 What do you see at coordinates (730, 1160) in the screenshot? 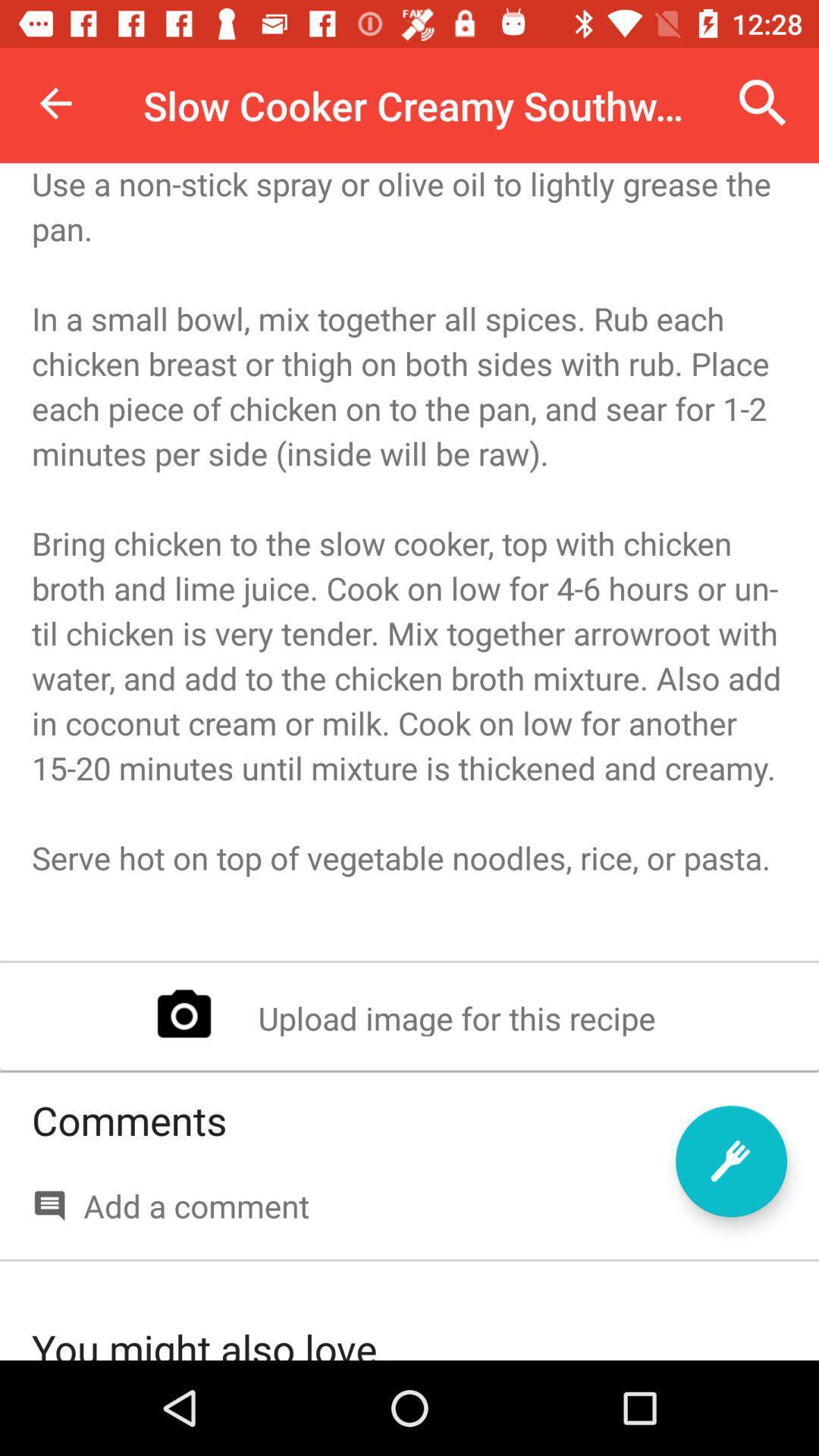
I see `the item next to the comments icon` at bounding box center [730, 1160].